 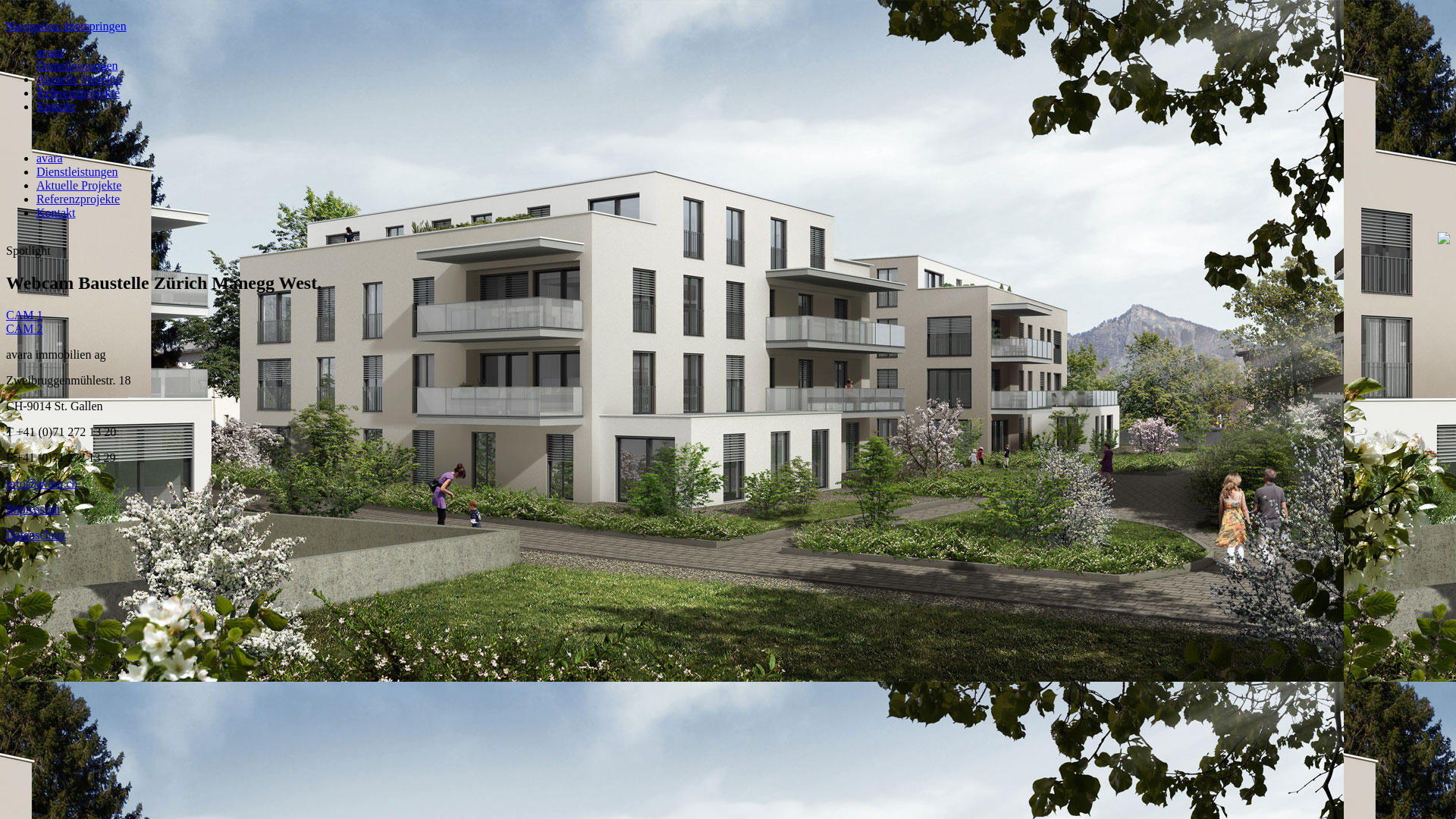 I want to click on 'Dienstleistungen', so click(x=36, y=171).